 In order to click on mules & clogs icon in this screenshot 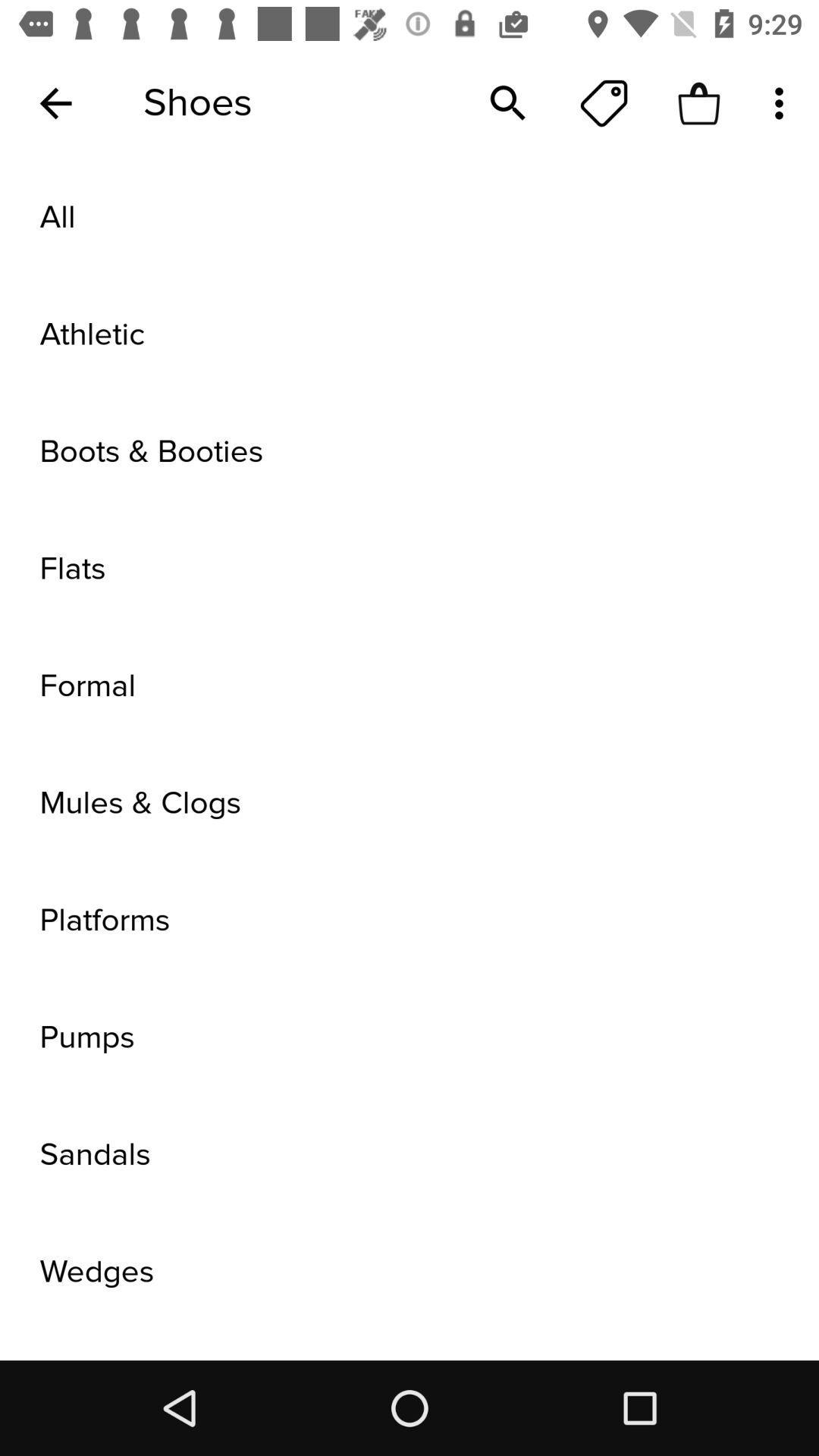, I will do `click(409, 802)`.